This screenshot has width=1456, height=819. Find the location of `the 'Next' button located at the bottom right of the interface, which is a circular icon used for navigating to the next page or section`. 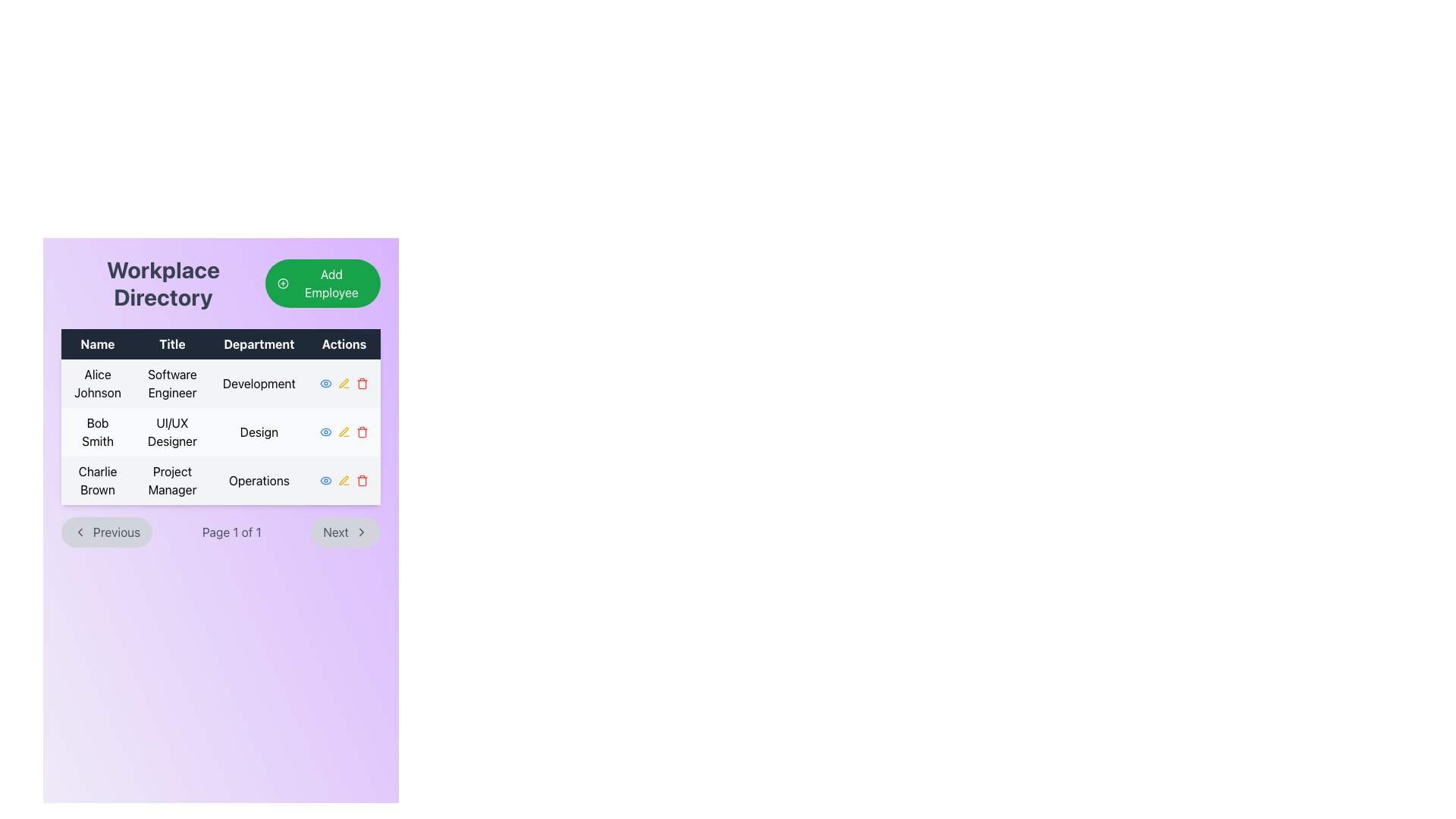

the 'Next' button located at the bottom right of the interface, which is a circular icon used for navigating to the next page or section is located at coordinates (360, 532).